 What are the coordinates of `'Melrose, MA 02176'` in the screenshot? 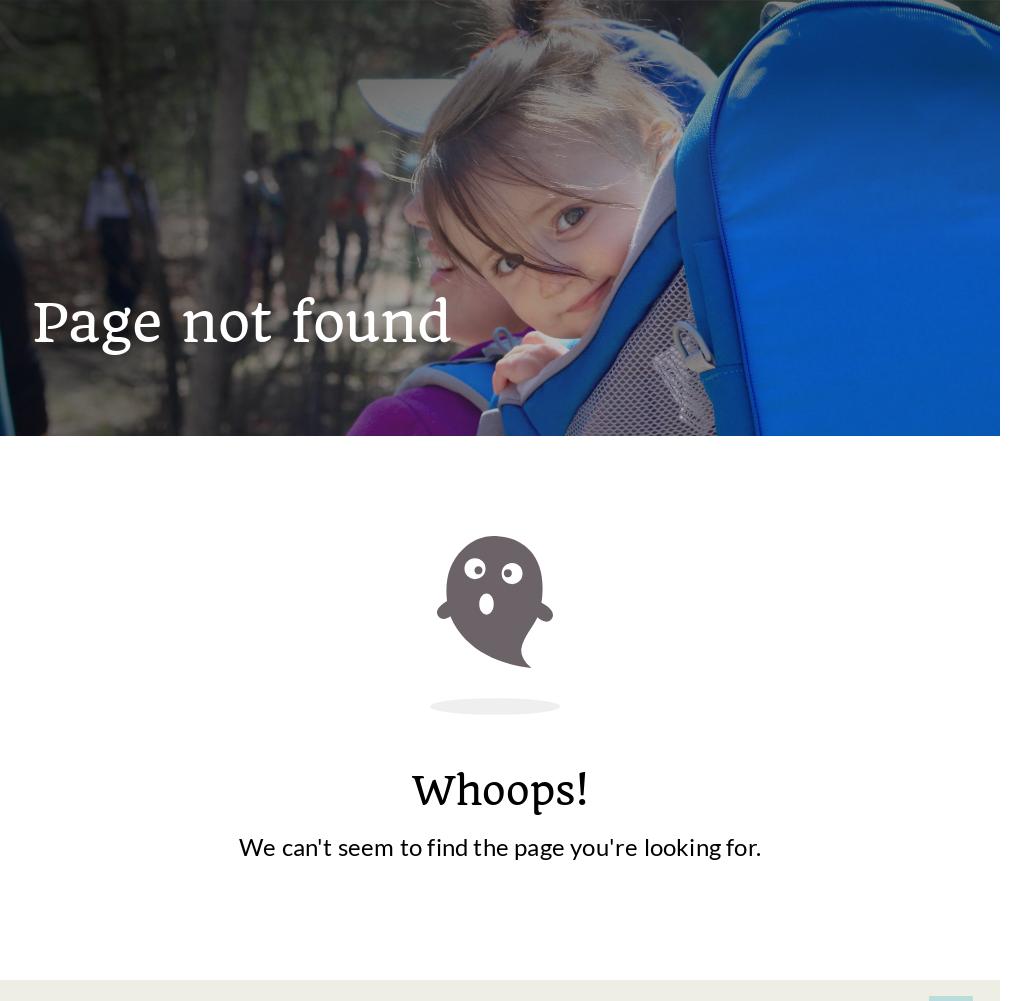 It's located at (528, 670).